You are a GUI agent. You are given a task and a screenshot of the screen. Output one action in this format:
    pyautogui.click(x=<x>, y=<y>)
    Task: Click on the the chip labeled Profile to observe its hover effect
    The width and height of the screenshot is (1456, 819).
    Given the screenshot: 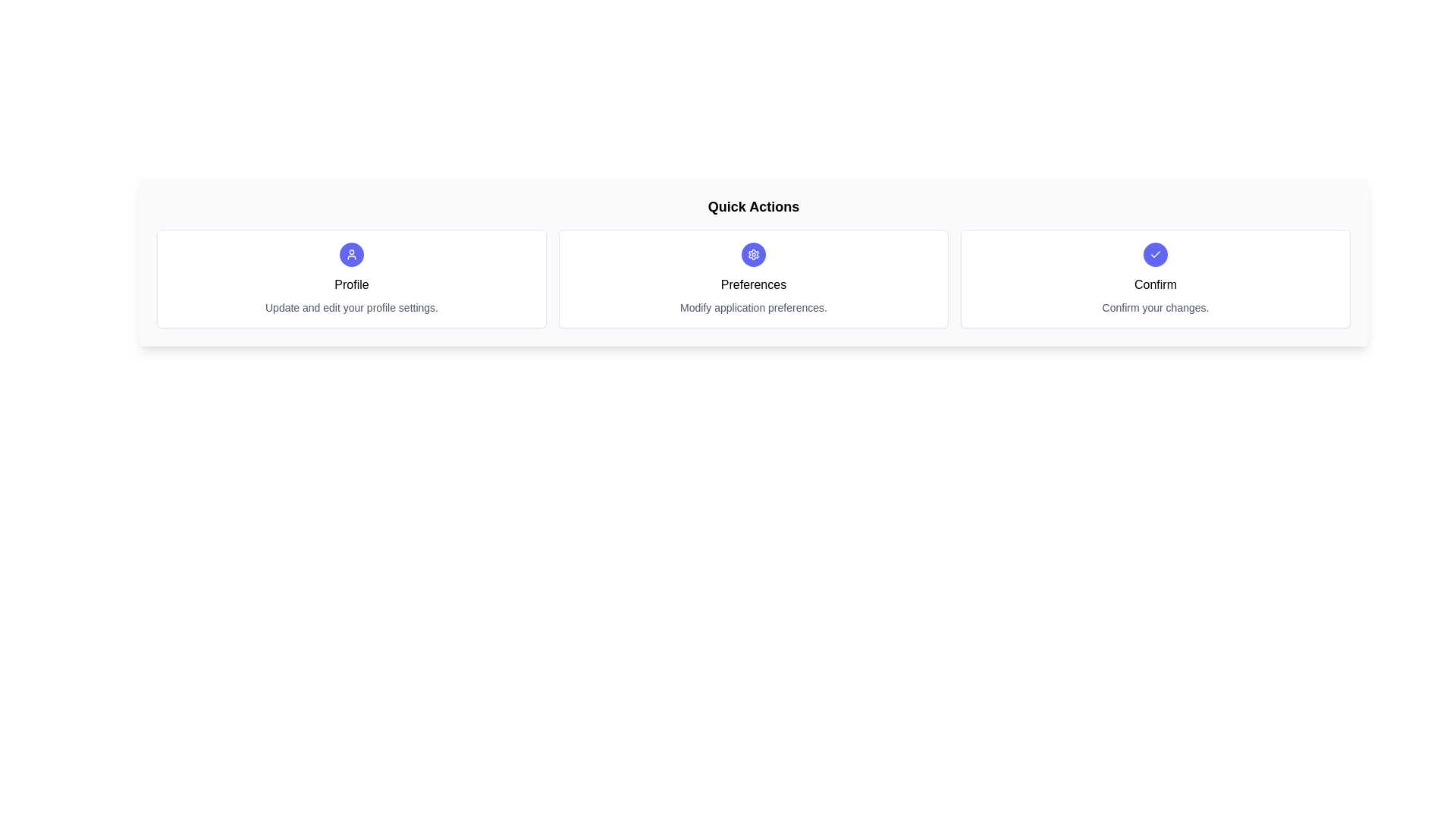 What is the action you would take?
    pyautogui.click(x=351, y=278)
    